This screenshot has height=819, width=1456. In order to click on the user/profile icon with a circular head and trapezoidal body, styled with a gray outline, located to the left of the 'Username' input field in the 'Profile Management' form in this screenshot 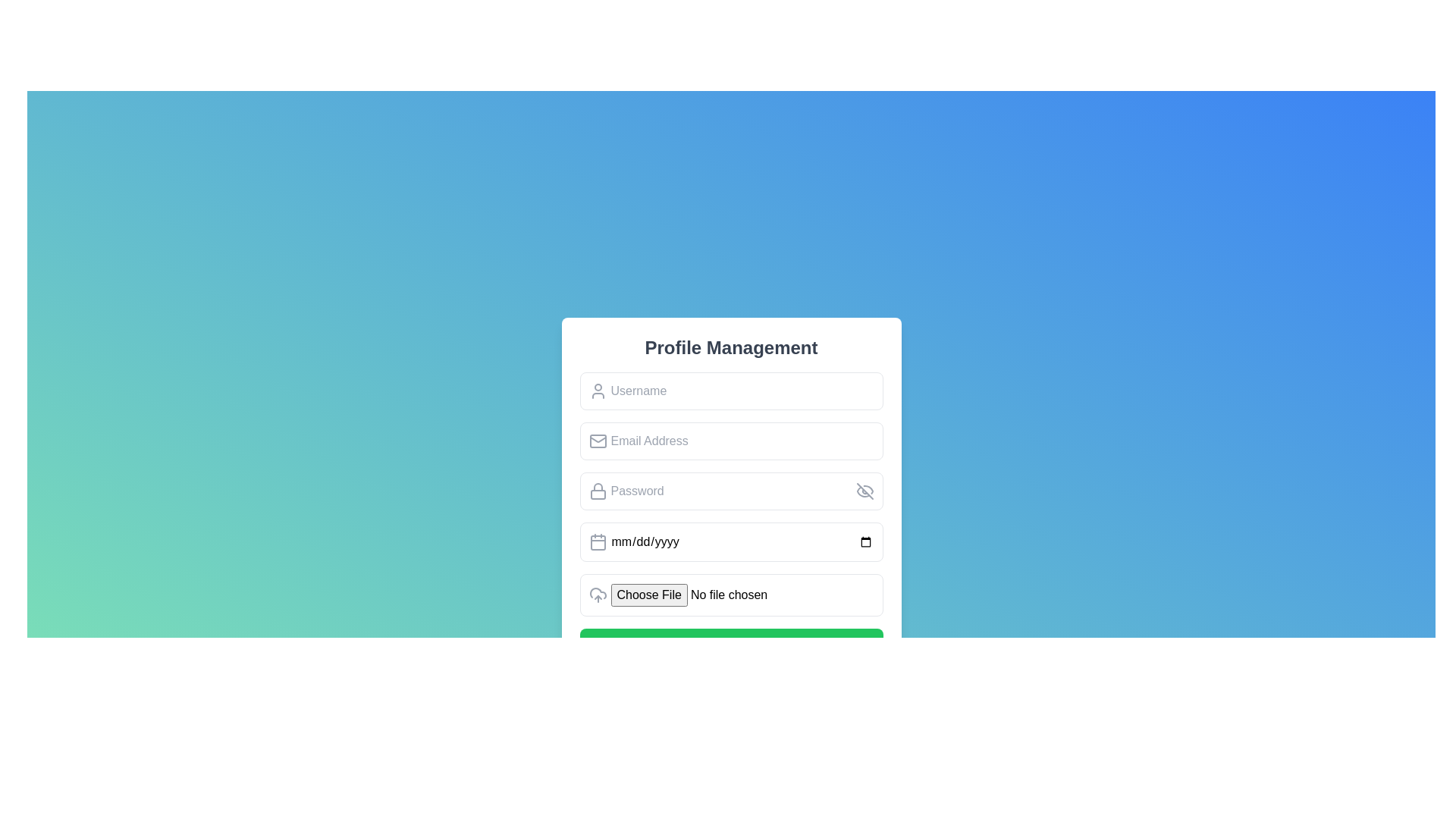, I will do `click(597, 391)`.